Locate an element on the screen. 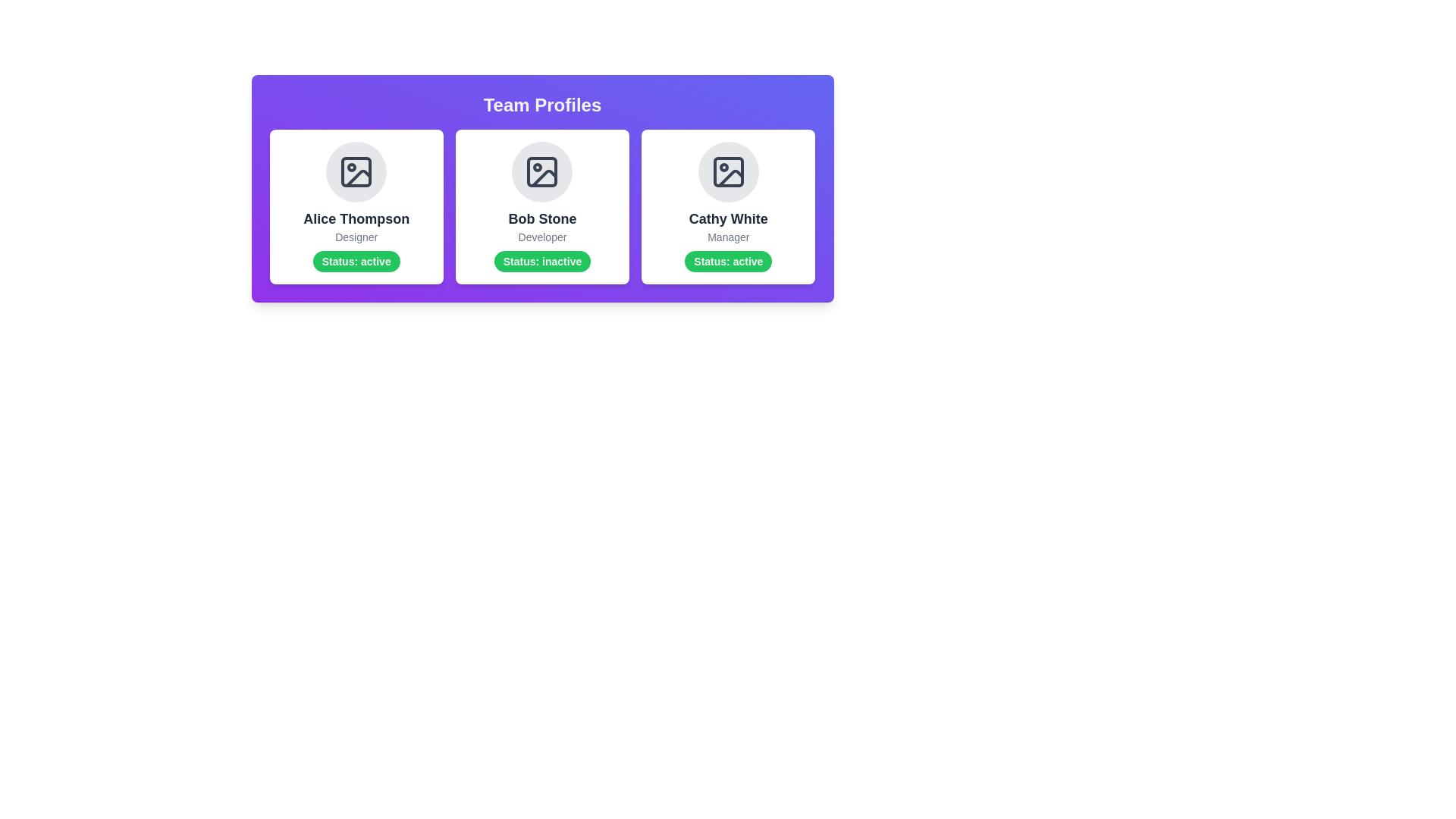  the text label displaying 'Cathy White' in bold dark gray font, positioned at the top-center of the rightmost profile card is located at coordinates (728, 219).